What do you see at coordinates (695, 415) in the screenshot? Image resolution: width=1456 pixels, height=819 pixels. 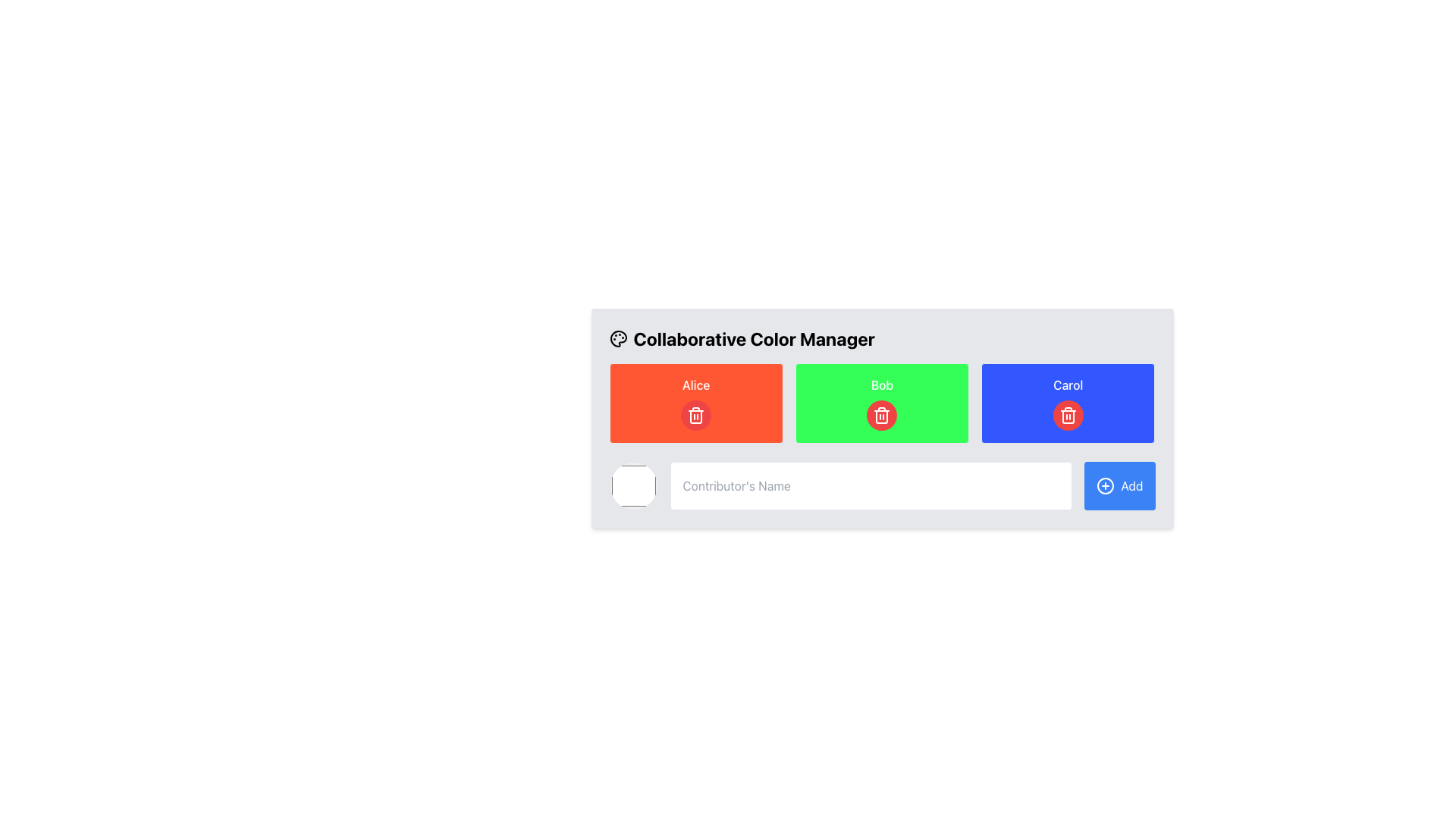 I see `the delete icon button within the red circular background on the 'Bob' card` at bounding box center [695, 415].